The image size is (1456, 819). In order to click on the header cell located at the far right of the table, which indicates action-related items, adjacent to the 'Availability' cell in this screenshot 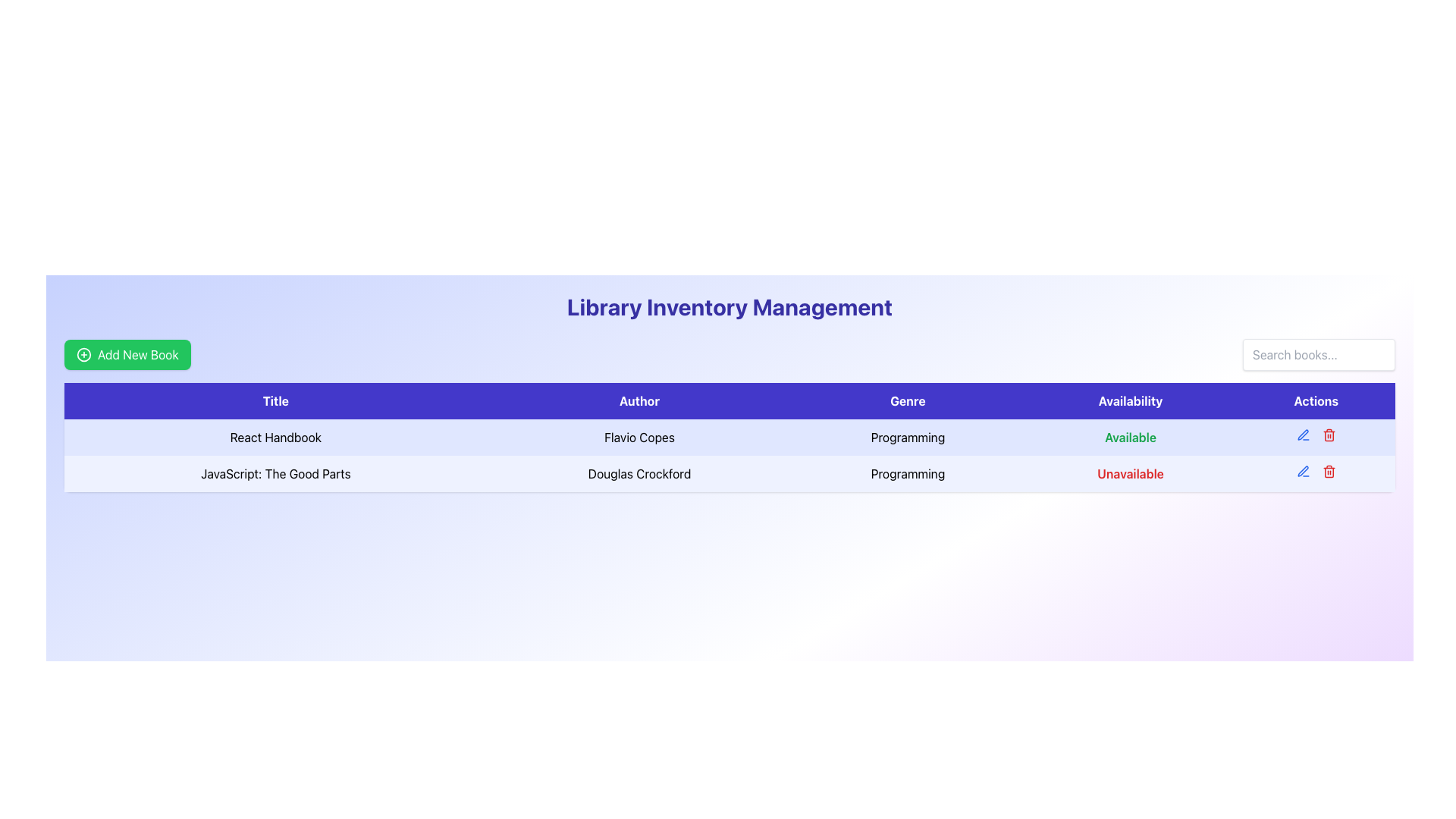, I will do `click(1315, 400)`.